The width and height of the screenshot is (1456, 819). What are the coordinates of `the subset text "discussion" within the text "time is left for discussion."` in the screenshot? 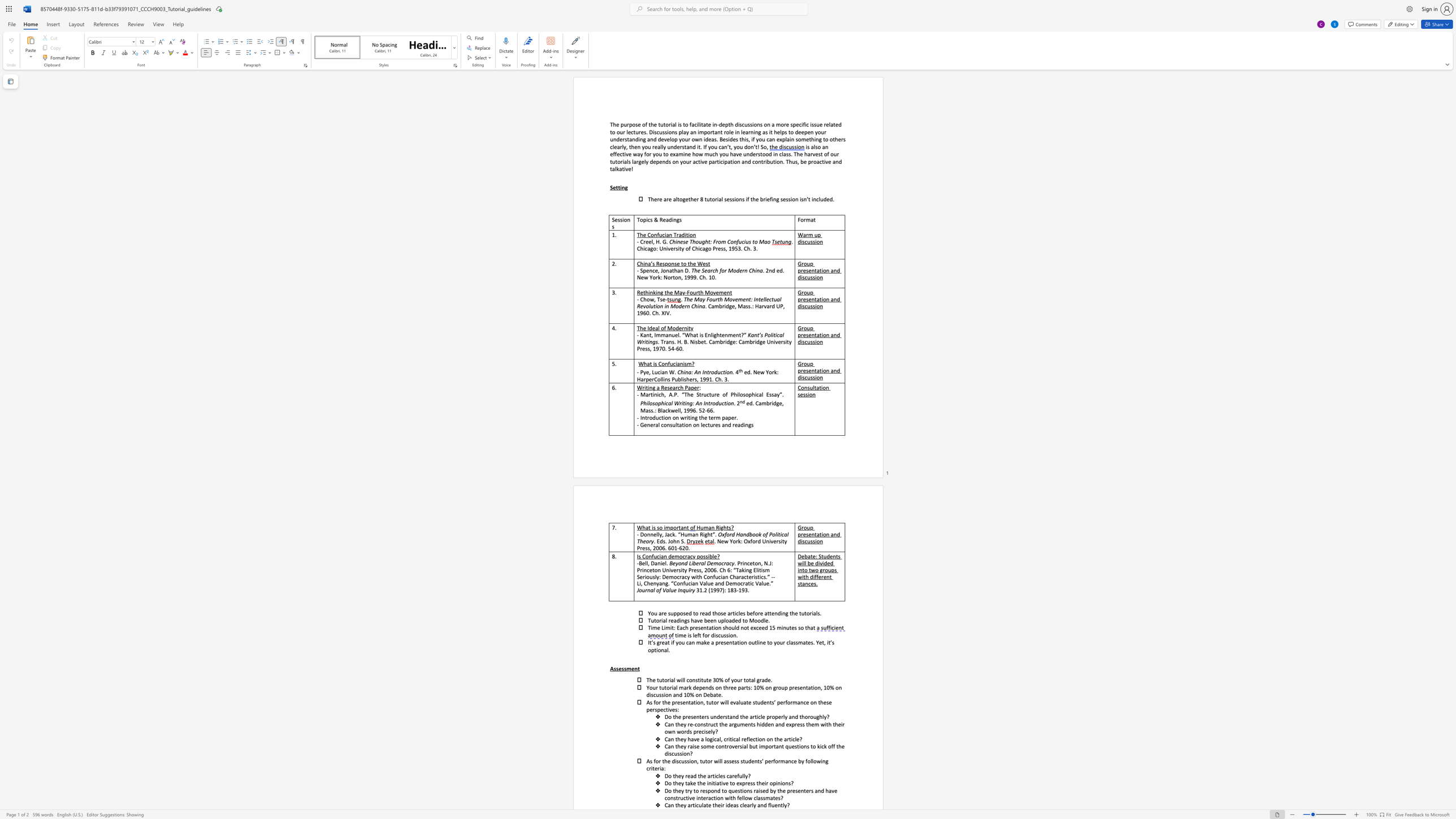 It's located at (710, 635).